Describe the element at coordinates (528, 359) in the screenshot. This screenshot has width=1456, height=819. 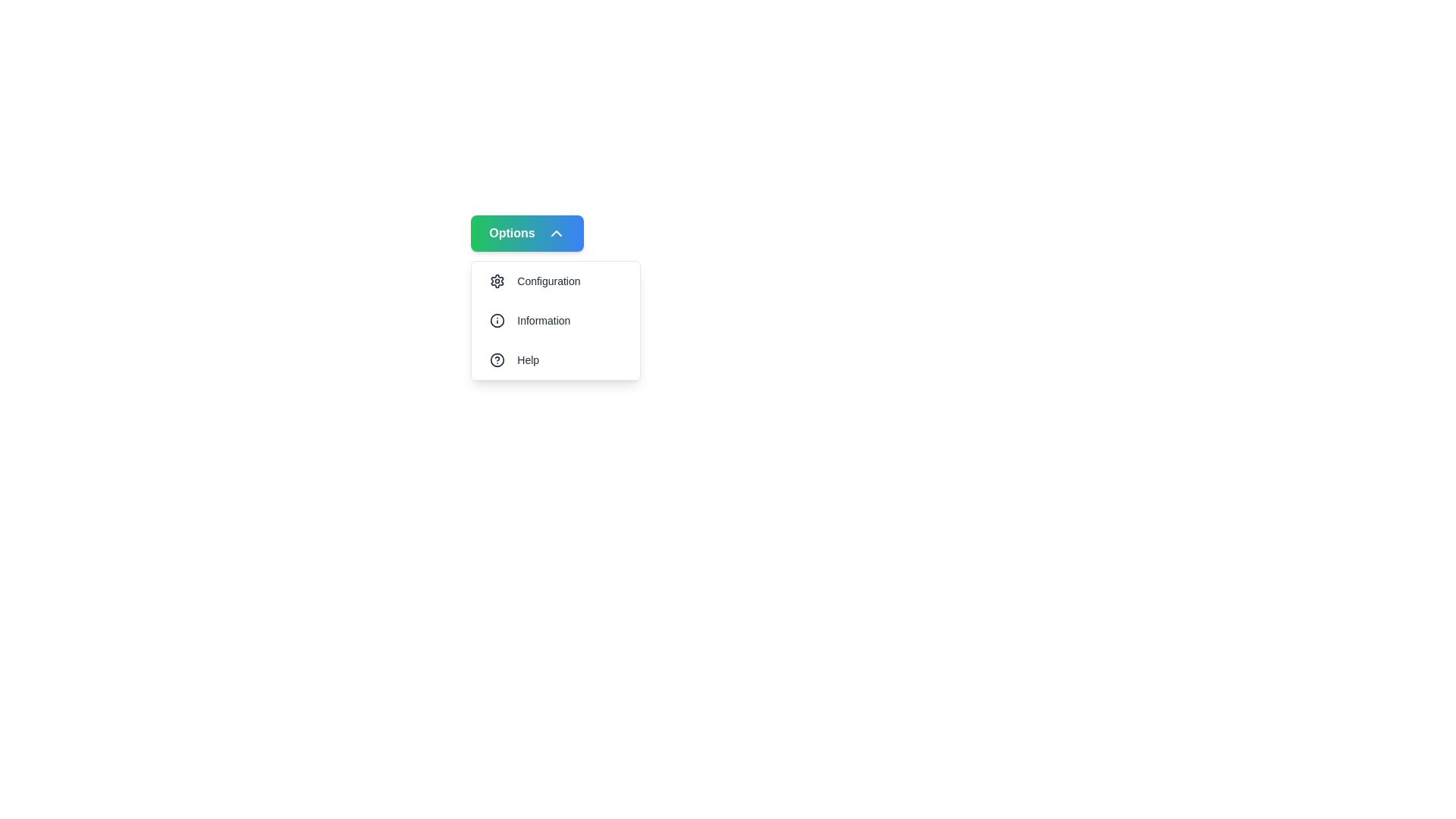
I see `the 'Help' text label located to the right of the question mark icon` at that location.